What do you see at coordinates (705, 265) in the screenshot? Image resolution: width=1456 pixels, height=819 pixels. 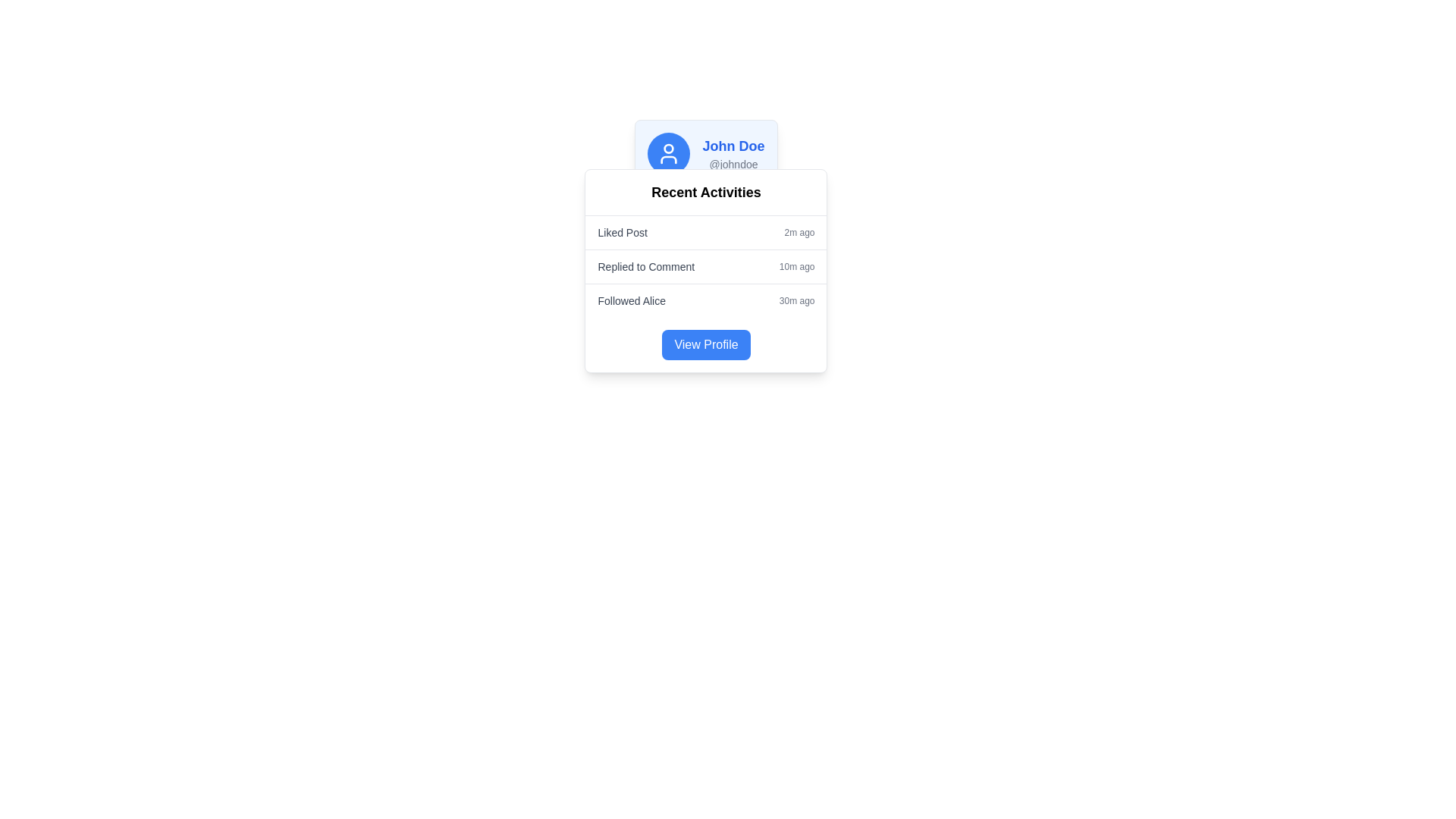 I see `the second log entry` at bounding box center [705, 265].